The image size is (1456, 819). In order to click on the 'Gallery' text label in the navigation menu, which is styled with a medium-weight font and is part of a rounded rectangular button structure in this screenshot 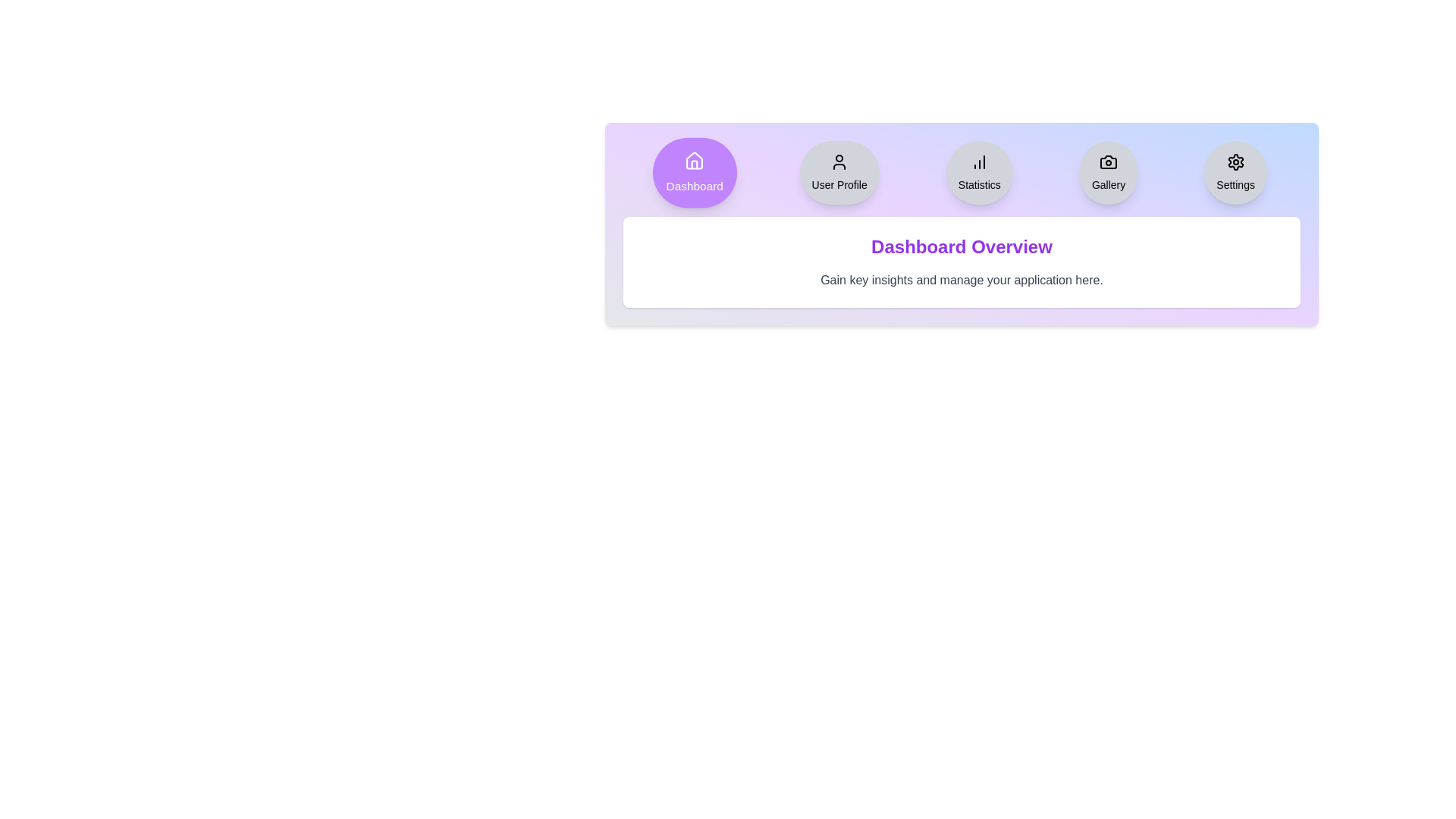, I will do `click(1109, 184)`.